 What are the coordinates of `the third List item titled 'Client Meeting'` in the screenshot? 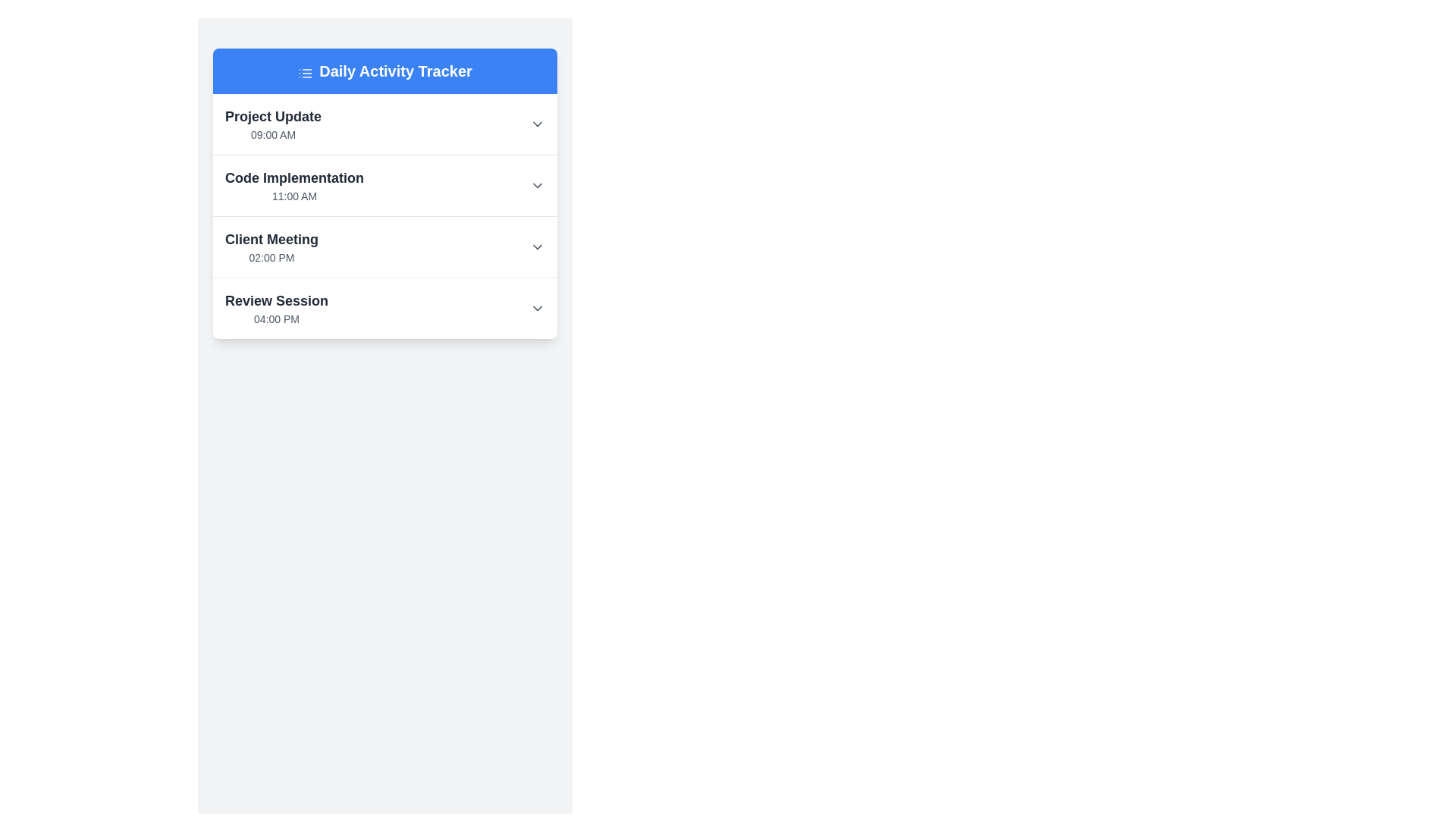 It's located at (385, 246).